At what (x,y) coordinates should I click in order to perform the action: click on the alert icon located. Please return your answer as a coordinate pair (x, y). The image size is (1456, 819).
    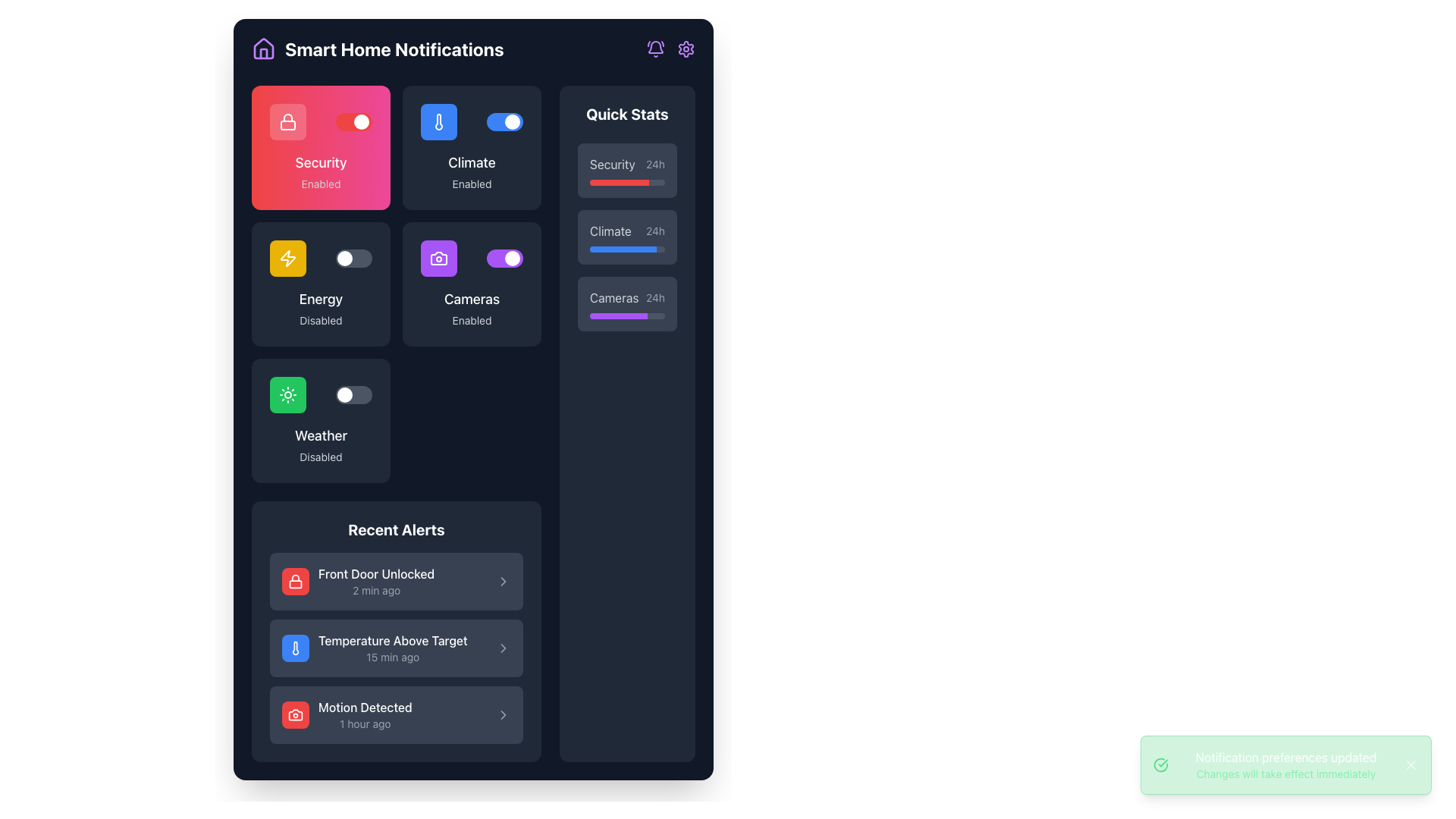
    Looking at the image, I should click on (503, 648).